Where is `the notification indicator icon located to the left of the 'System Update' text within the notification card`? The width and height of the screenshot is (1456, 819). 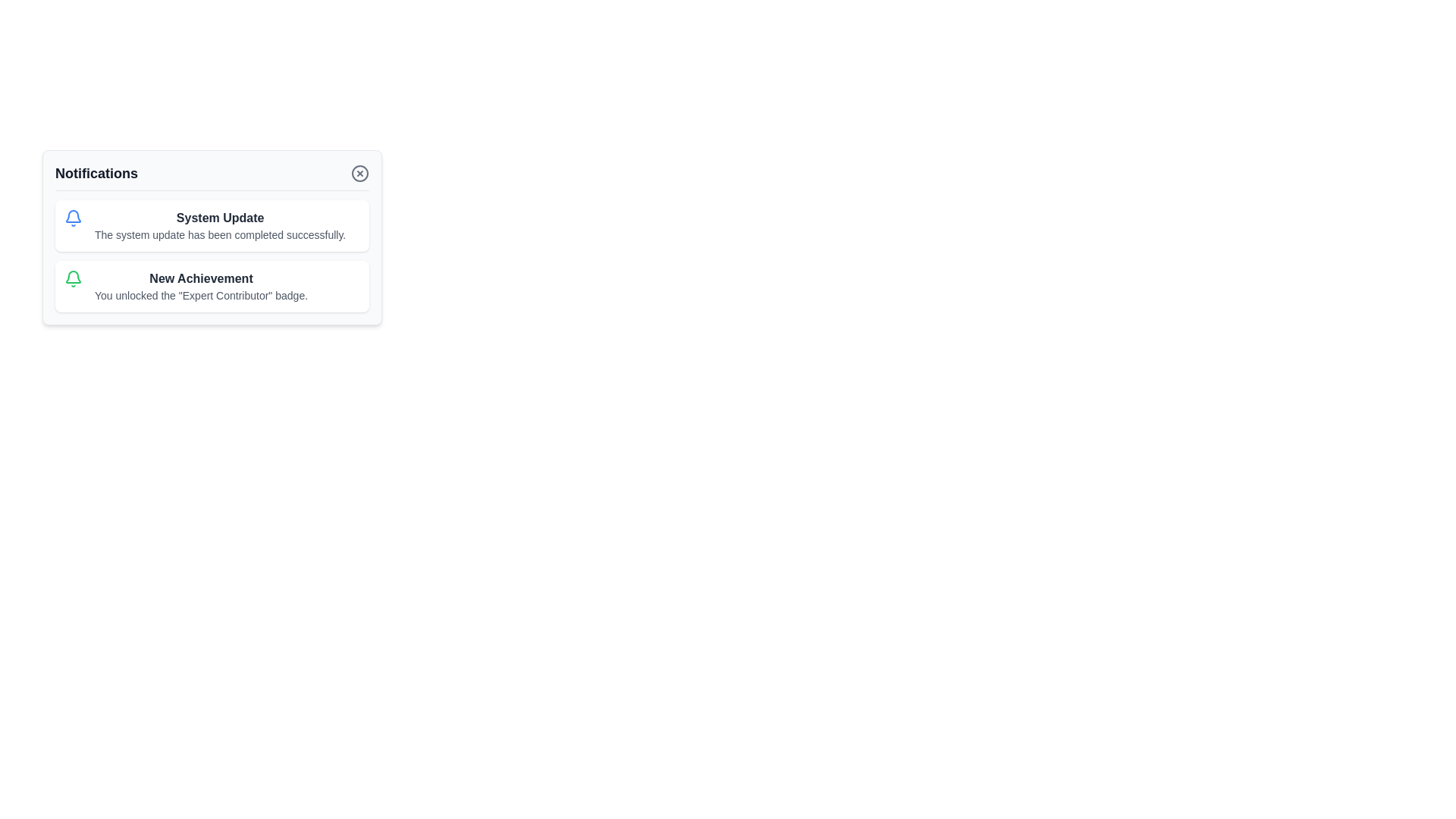
the notification indicator icon located to the left of the 'System Update' text within the notification card is located at coordinates (72, 218).